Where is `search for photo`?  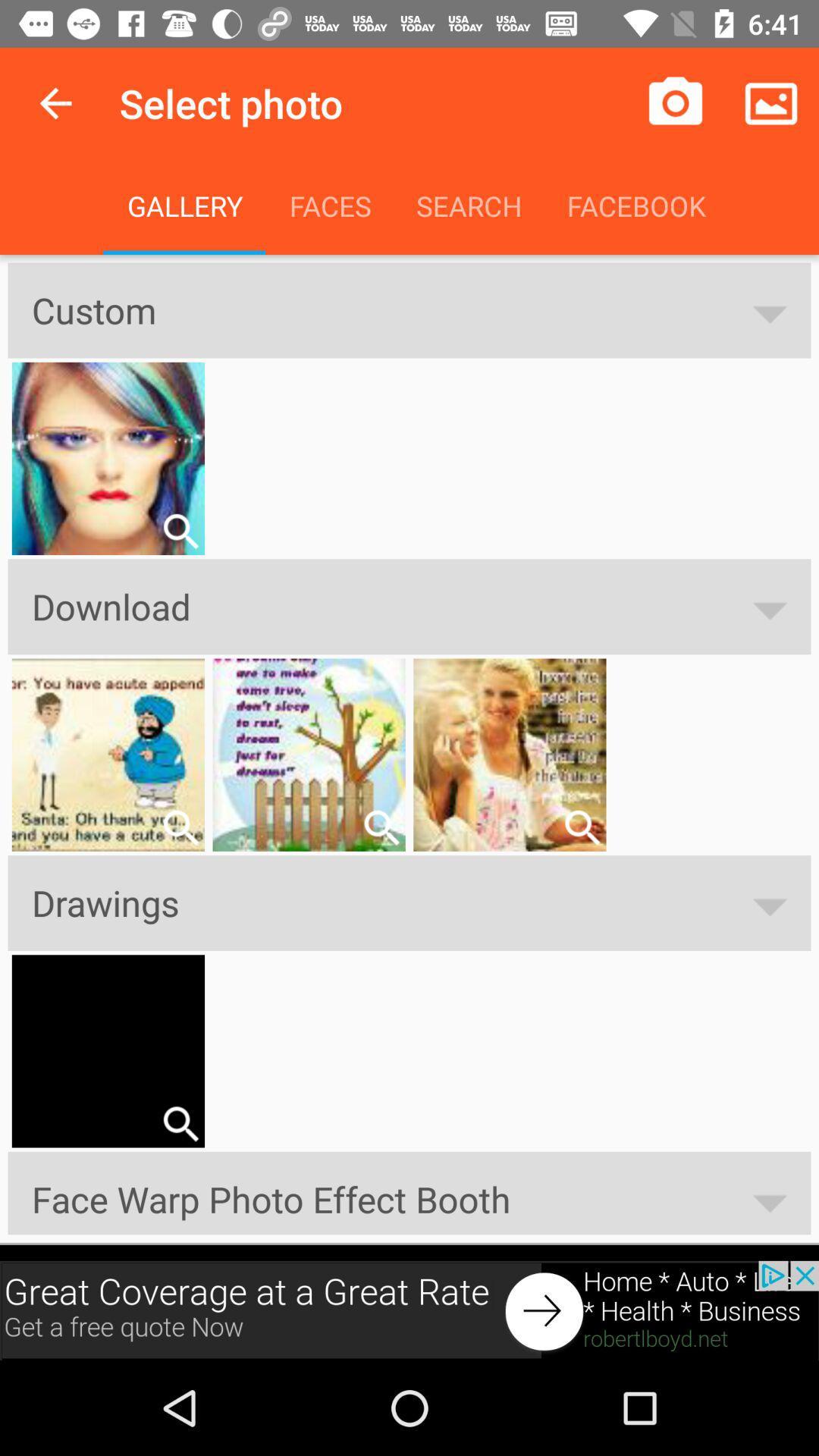
search for photo is located at coordinates (581, 827).